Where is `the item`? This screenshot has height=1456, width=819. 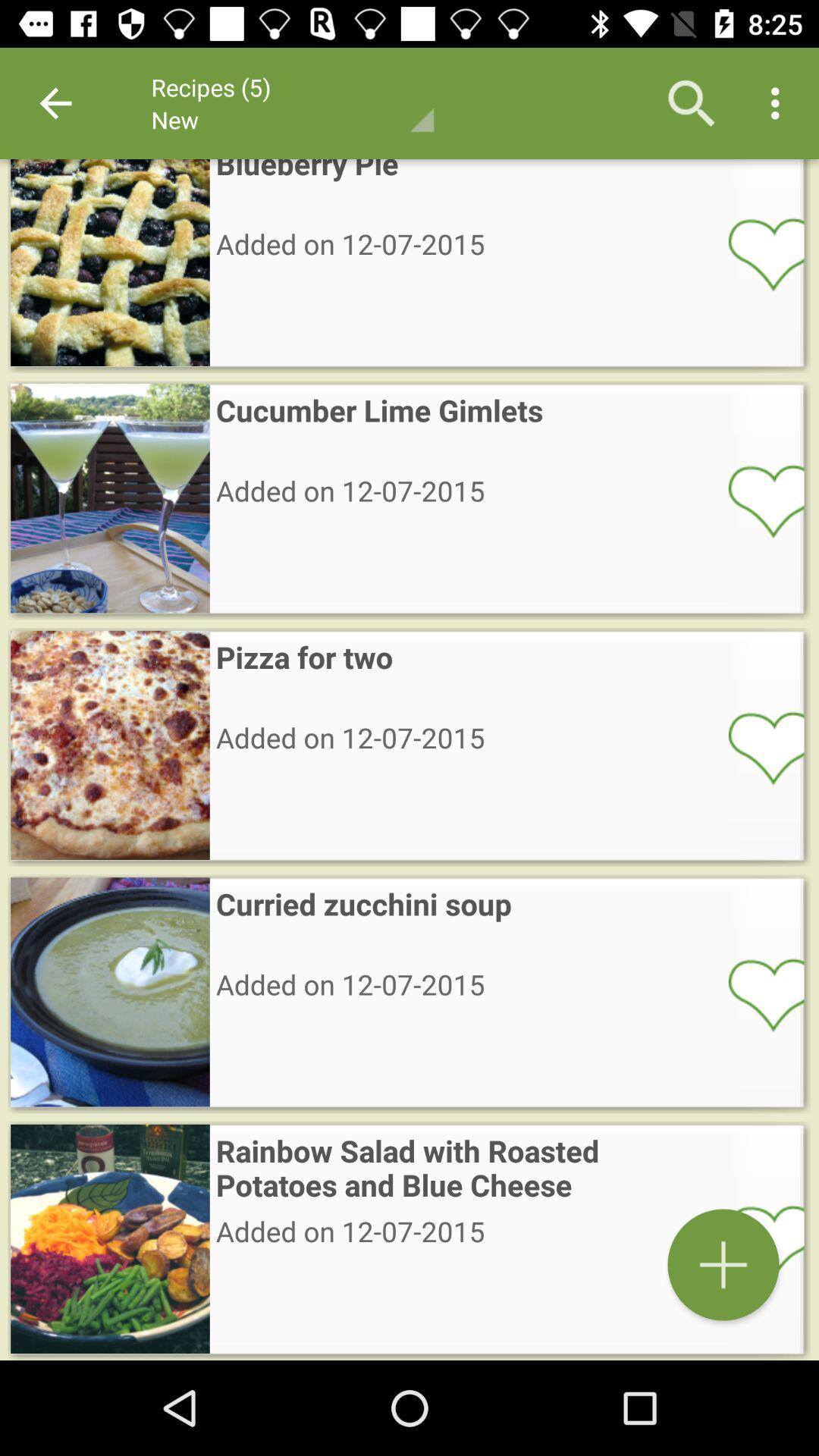 the item is located at coordinates (756, 1241).